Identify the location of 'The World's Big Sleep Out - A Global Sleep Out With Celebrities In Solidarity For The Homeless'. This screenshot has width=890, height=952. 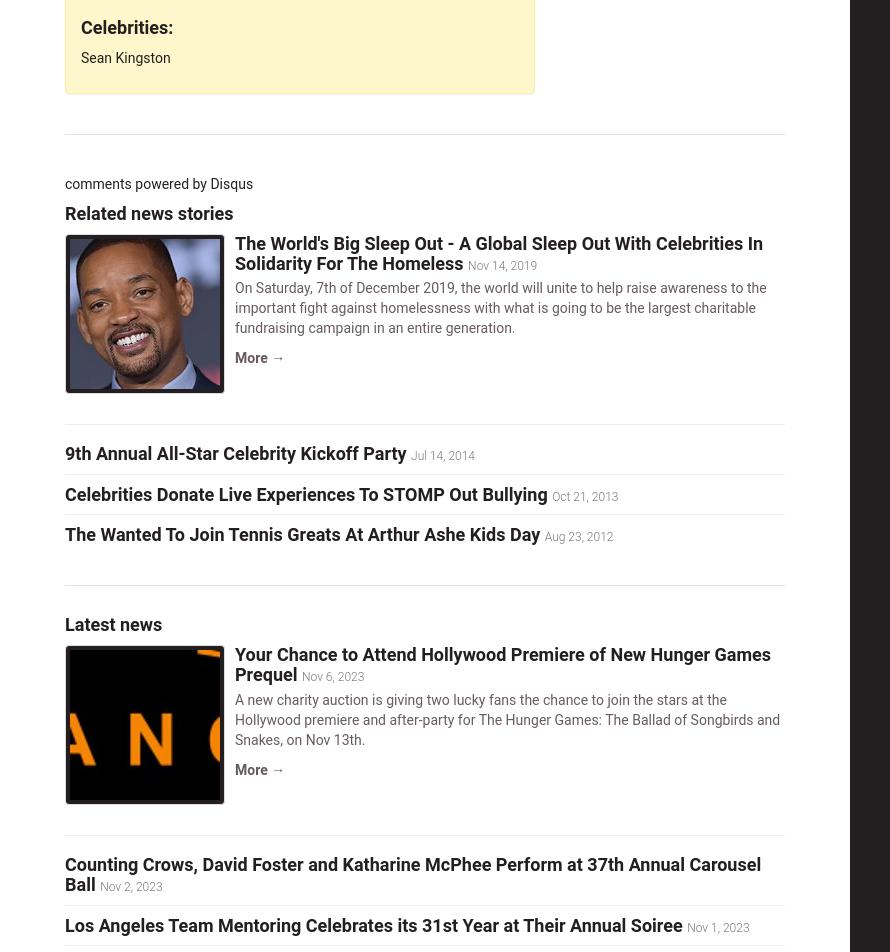
(499, 252).